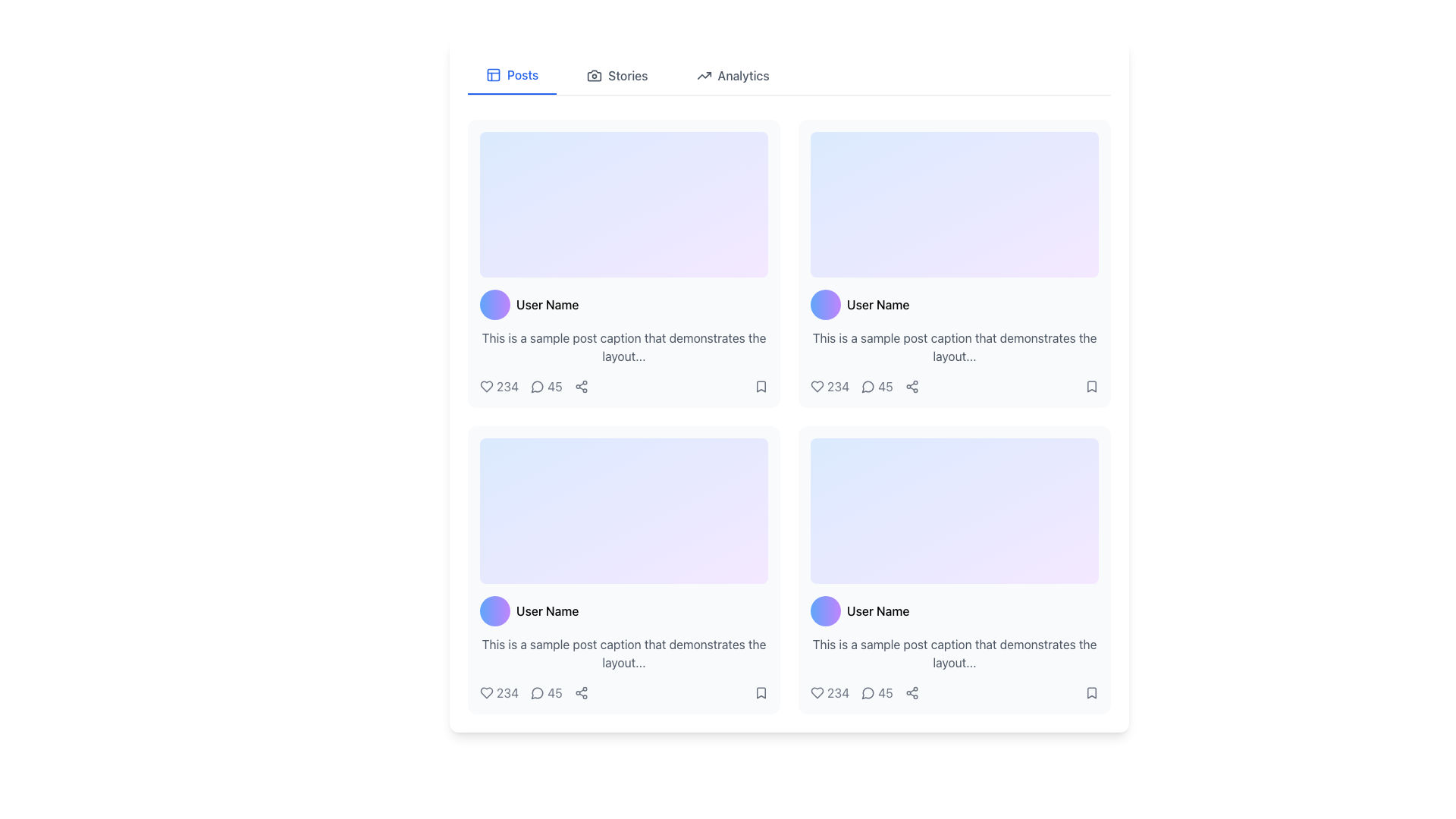 The height and width of the screenshot is (819, 1456). I want to click on the bookmarking icon located in the bottom-right corner of the lower-right card, so click(761, 693).